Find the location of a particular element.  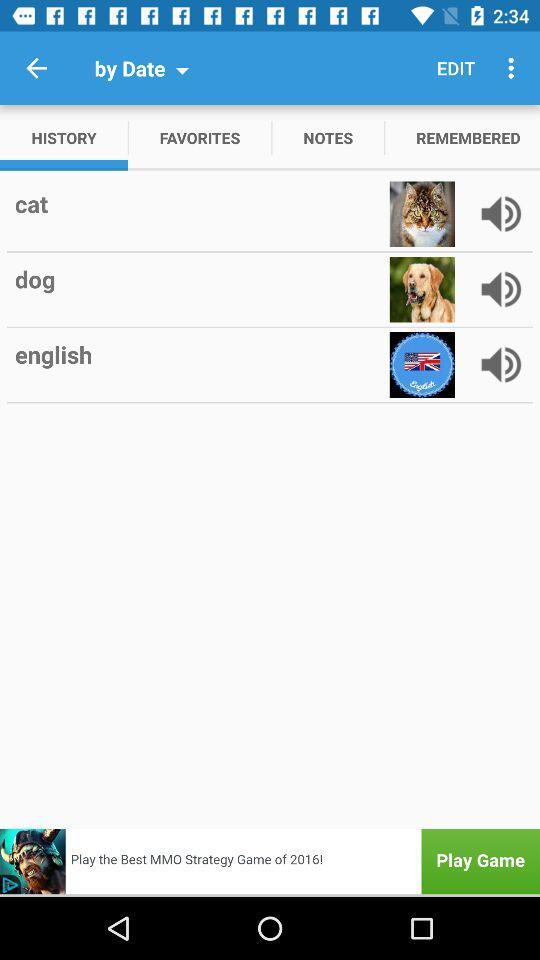

the app to the right of history icon is located at coordinates (200, 136).